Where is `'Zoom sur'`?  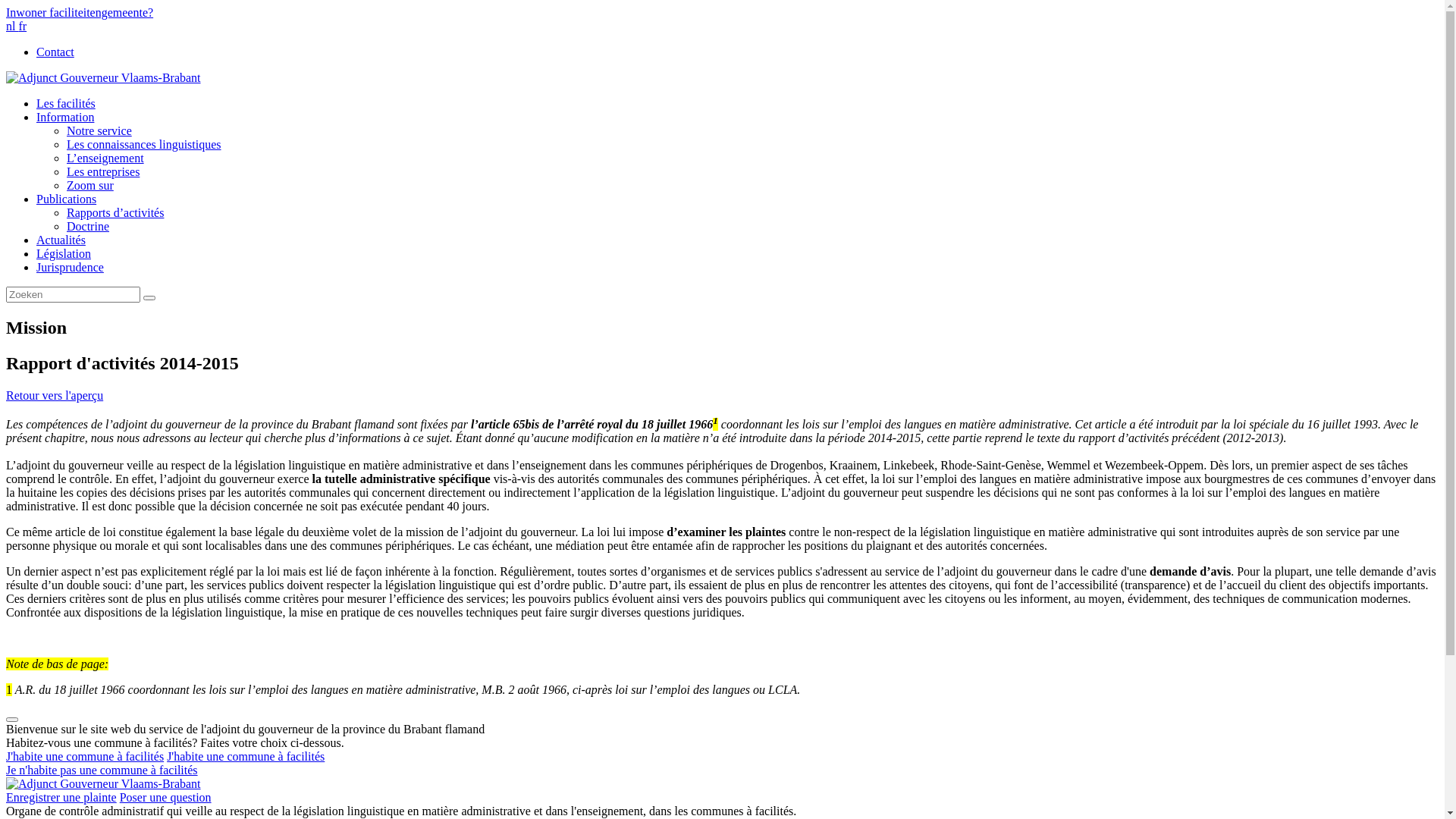
'Zoom sur' is located at coordinates (89, 184).